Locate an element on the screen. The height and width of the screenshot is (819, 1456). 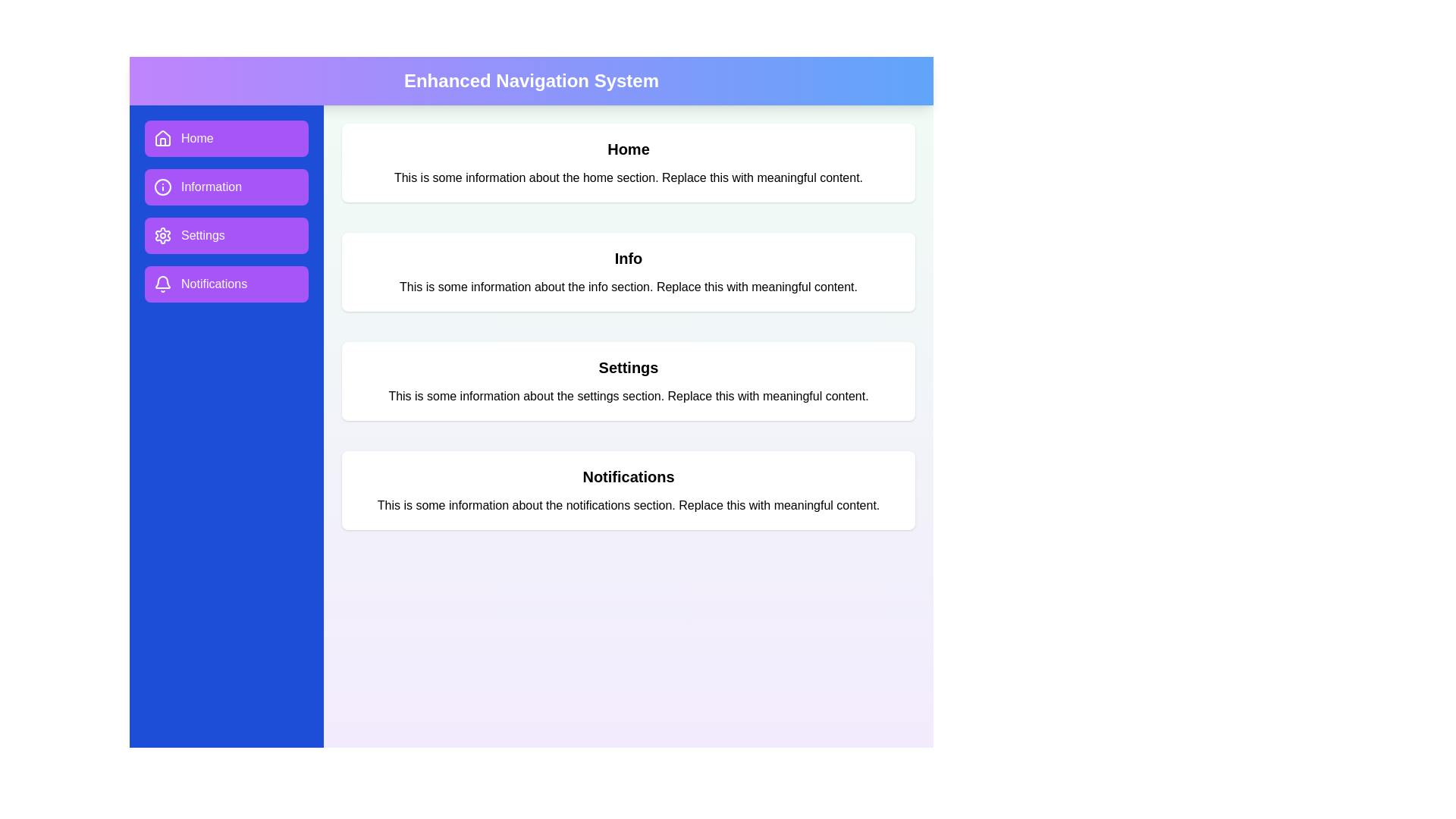
the 'Information' navigation button in the sidebar is located at coordinates (225, 211).